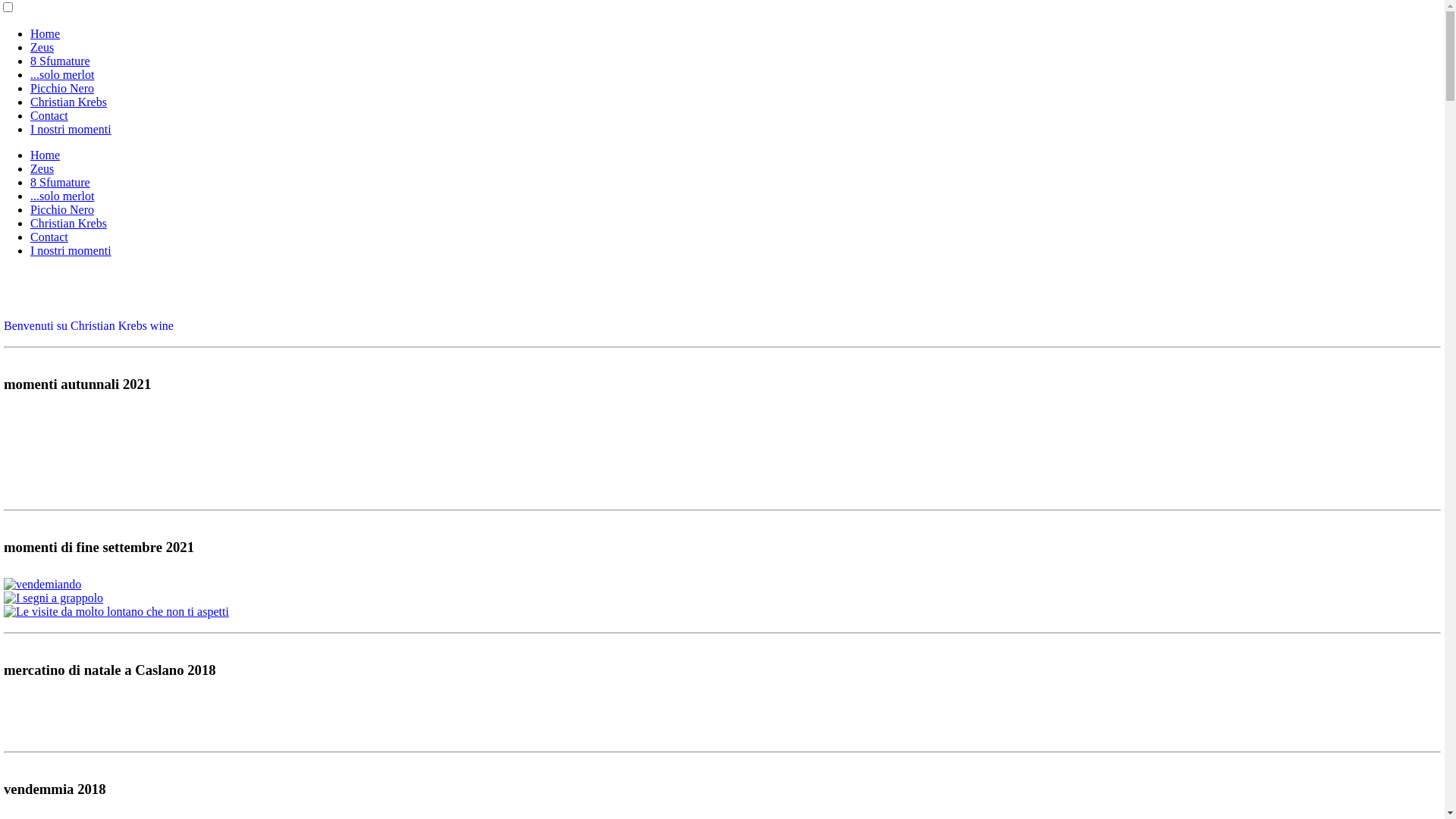 This screenshot has height=819, width=1456. What do you see at coordinates (42, 168) in the screenshot?
I see `'Zeus'` at bounding box center [42, 168].